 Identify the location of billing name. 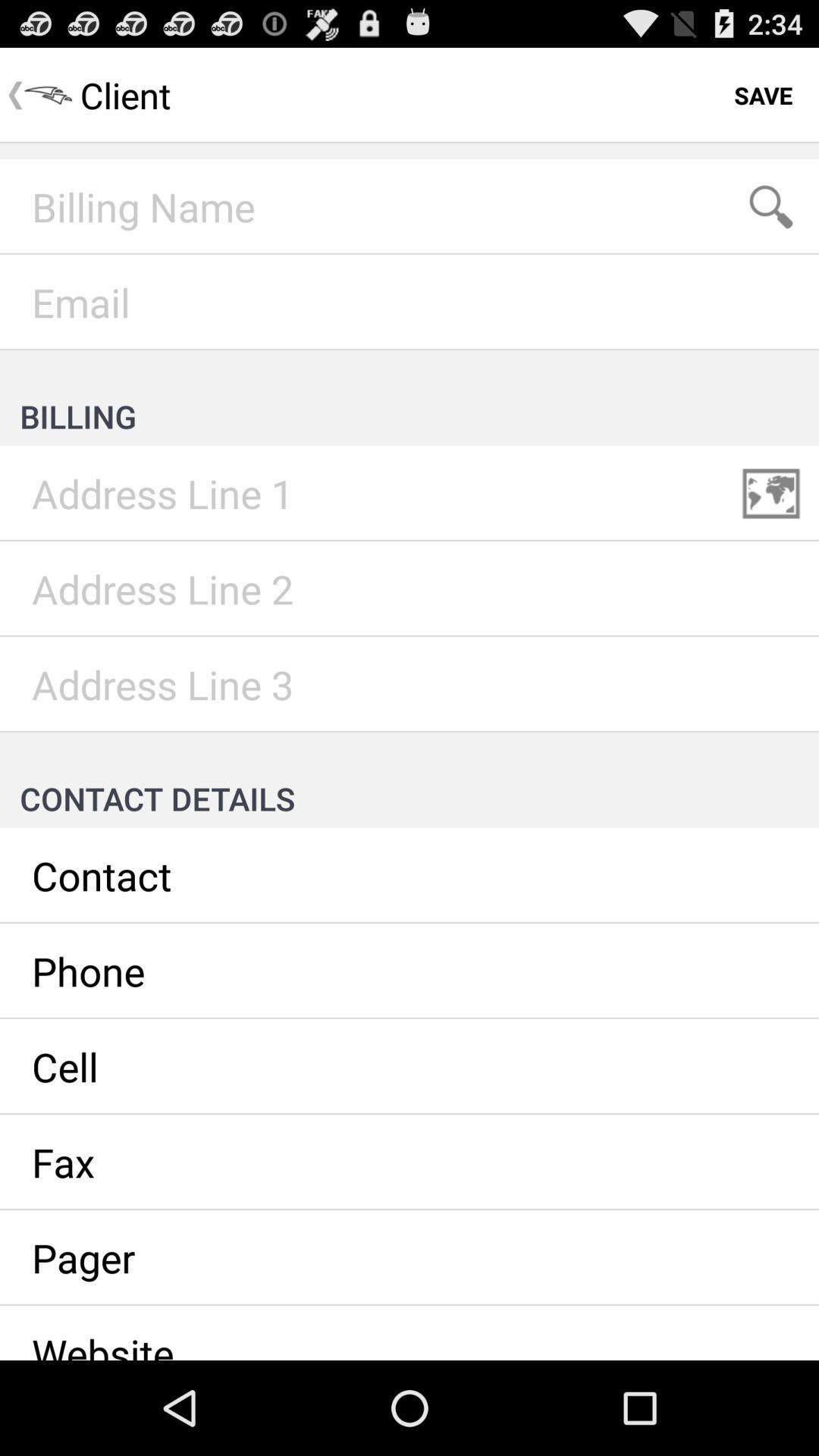
(409, 206).